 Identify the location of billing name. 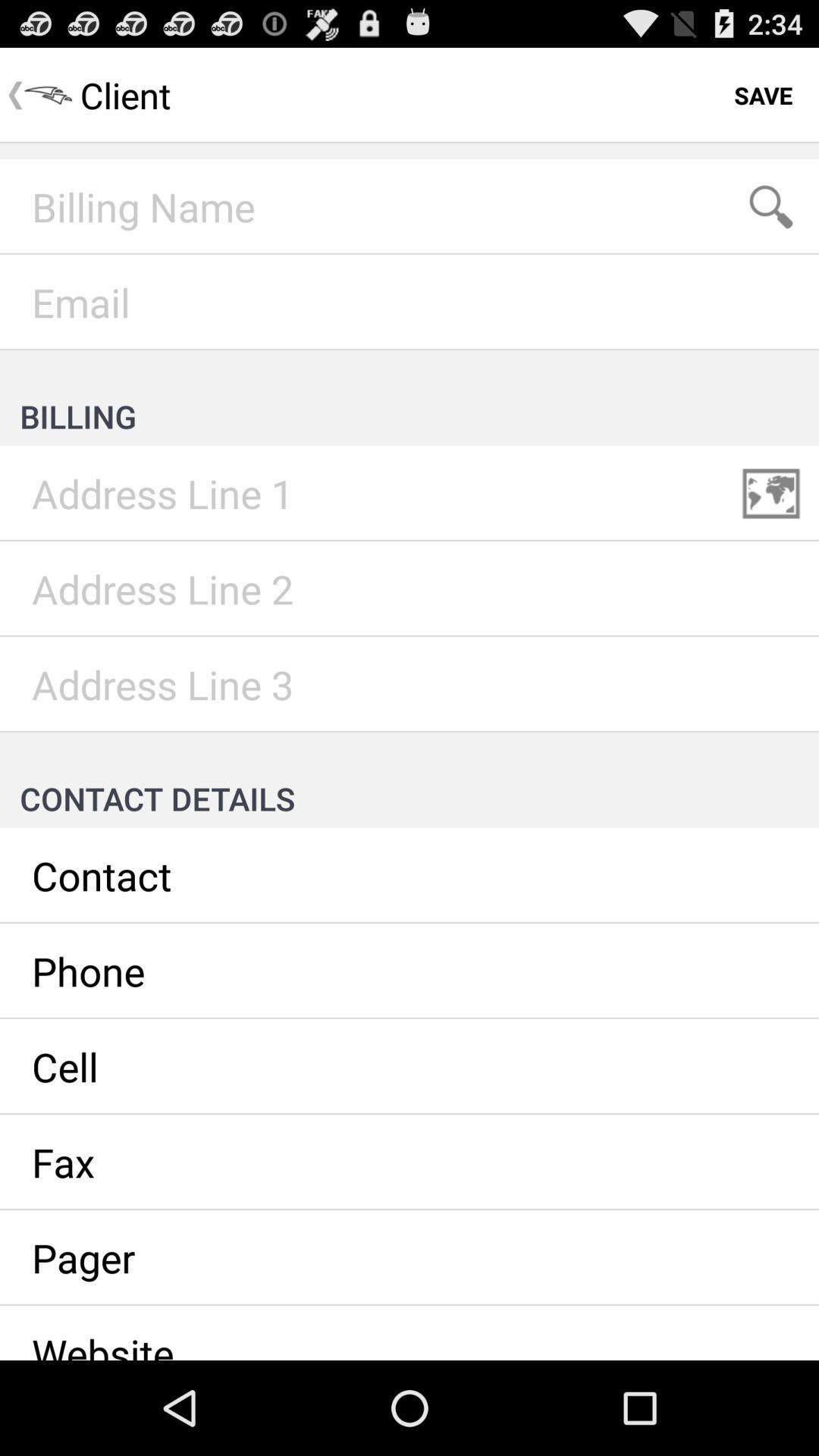
(409, 206).